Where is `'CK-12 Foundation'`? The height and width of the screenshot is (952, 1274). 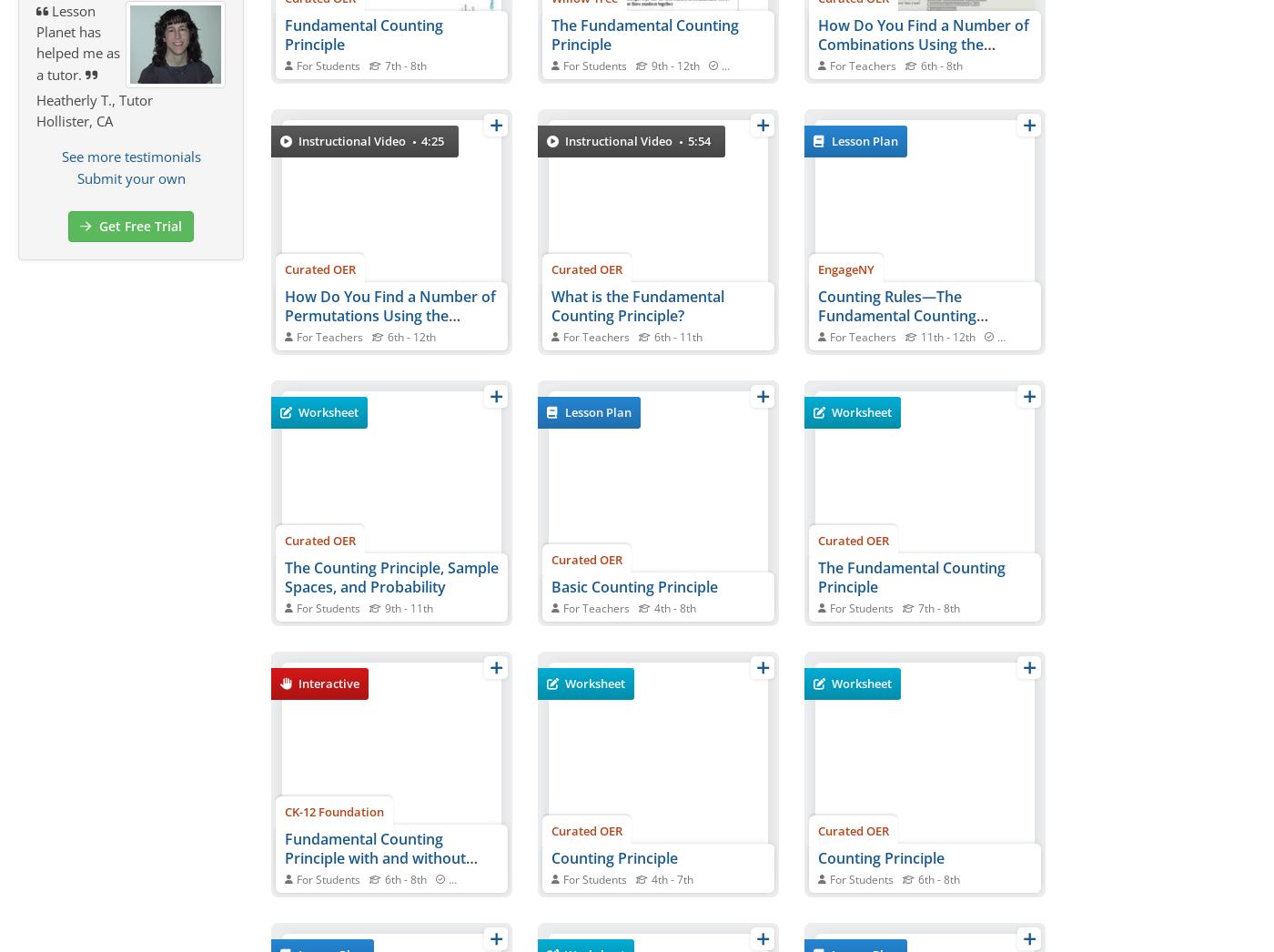 'CK-12 Foundation' is located at coordinates (285, 810).